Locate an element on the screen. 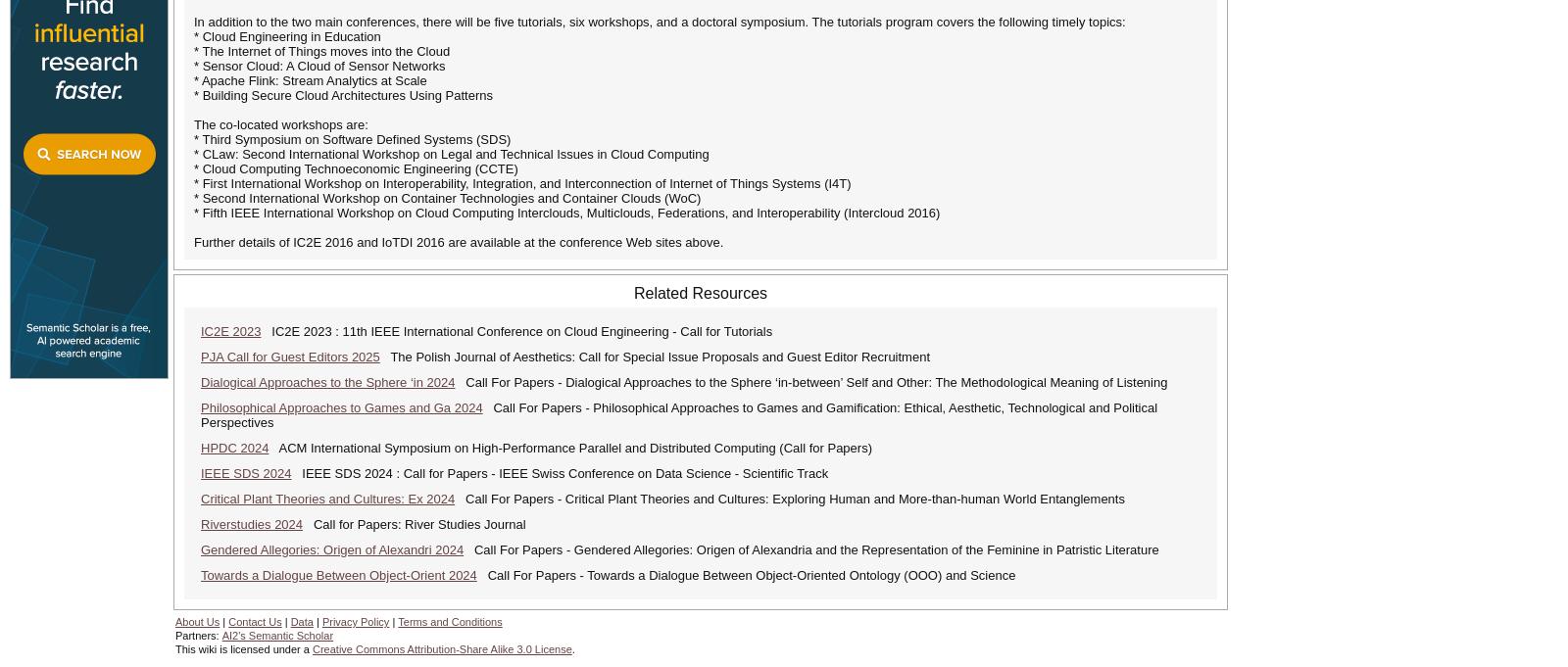 The width and height of the screenshot is (1568, 667). '* Apache Flink: Stream Analytics at Scale' is located at coordinates (310, 79).